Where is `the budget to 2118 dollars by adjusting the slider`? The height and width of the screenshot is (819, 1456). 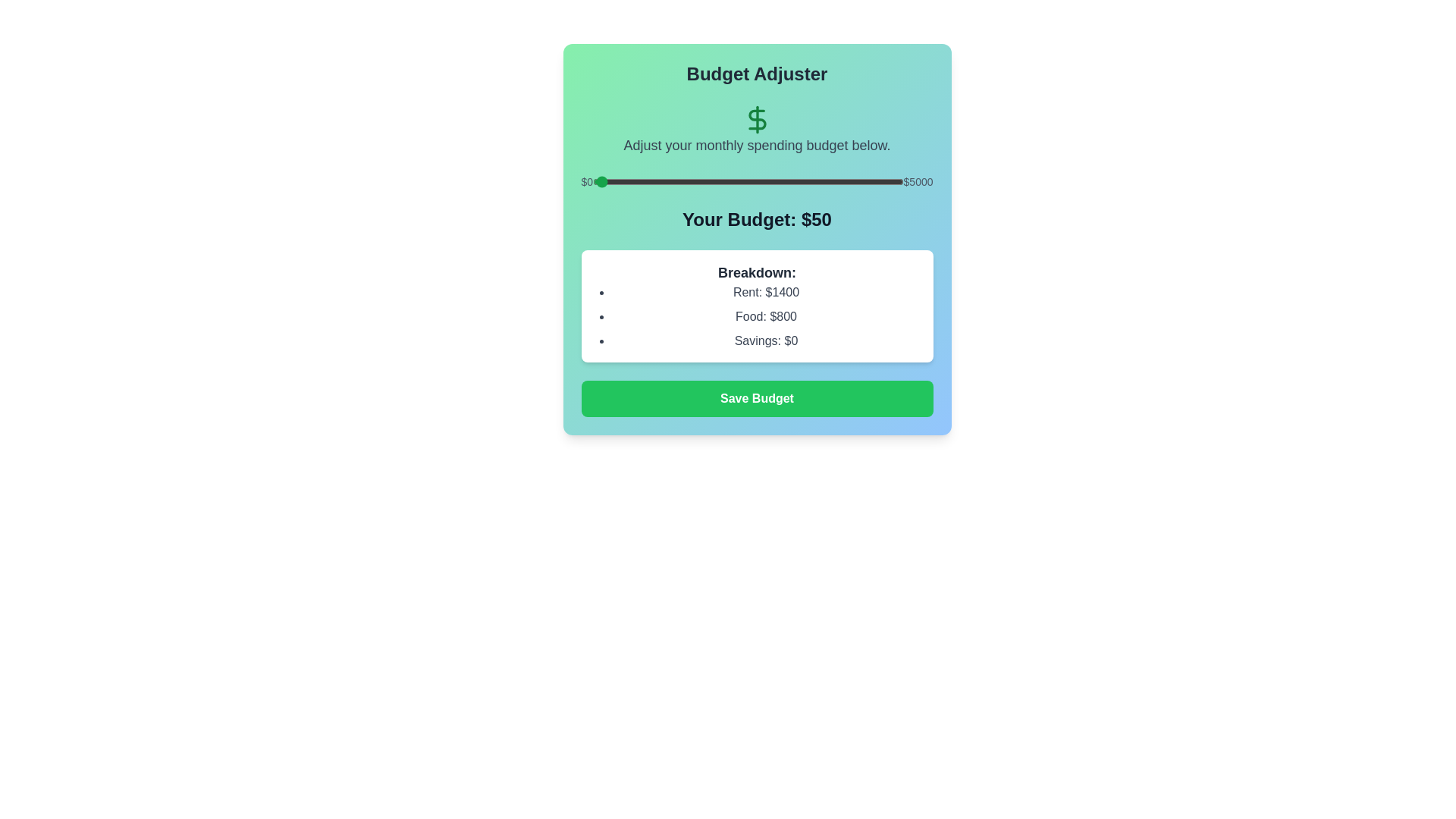
the budget to 2118 dollars by adjusting the slider is located at coordinates (723, 180).